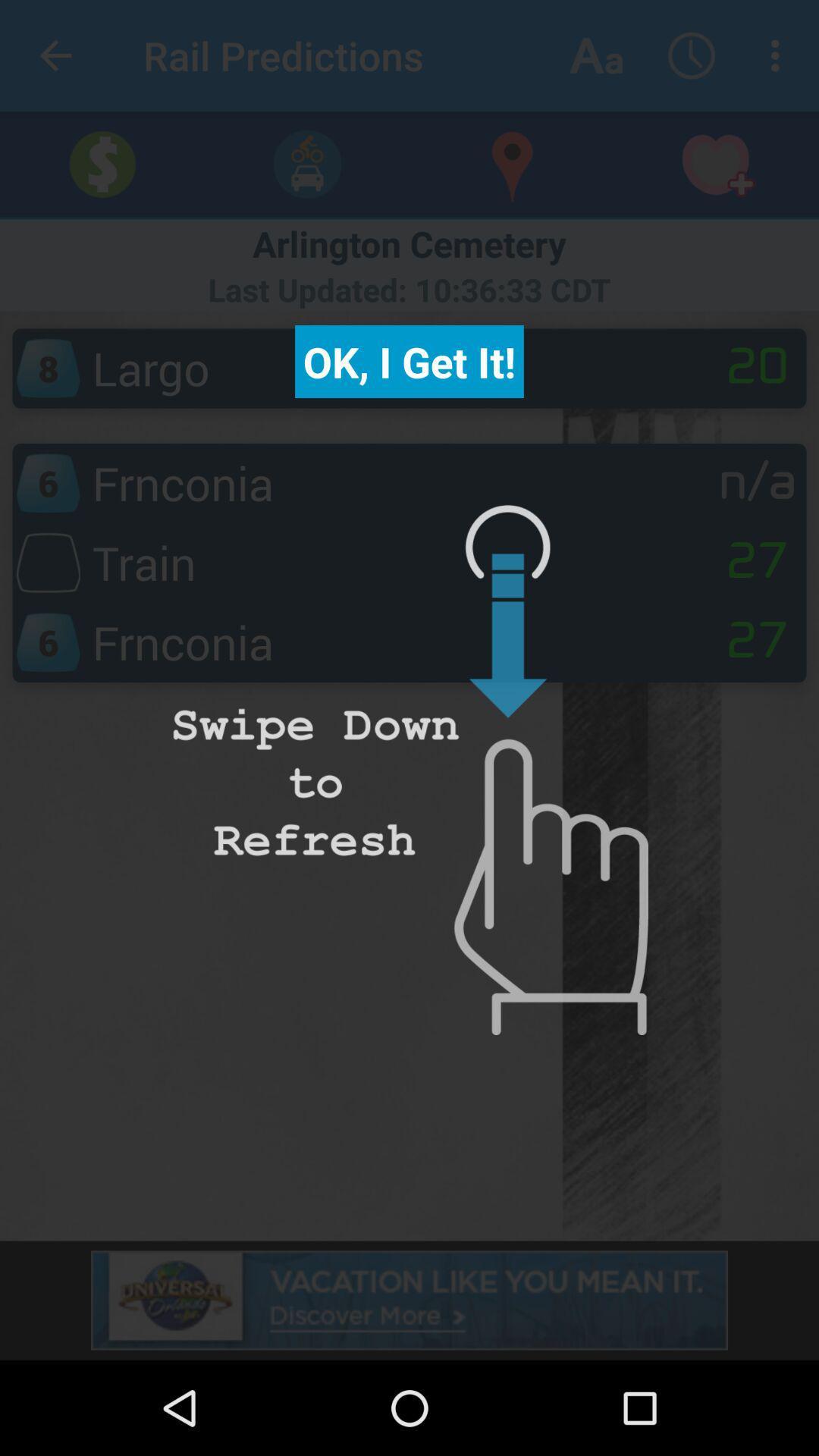  I want to click on the ok i get, so click(409, 360).